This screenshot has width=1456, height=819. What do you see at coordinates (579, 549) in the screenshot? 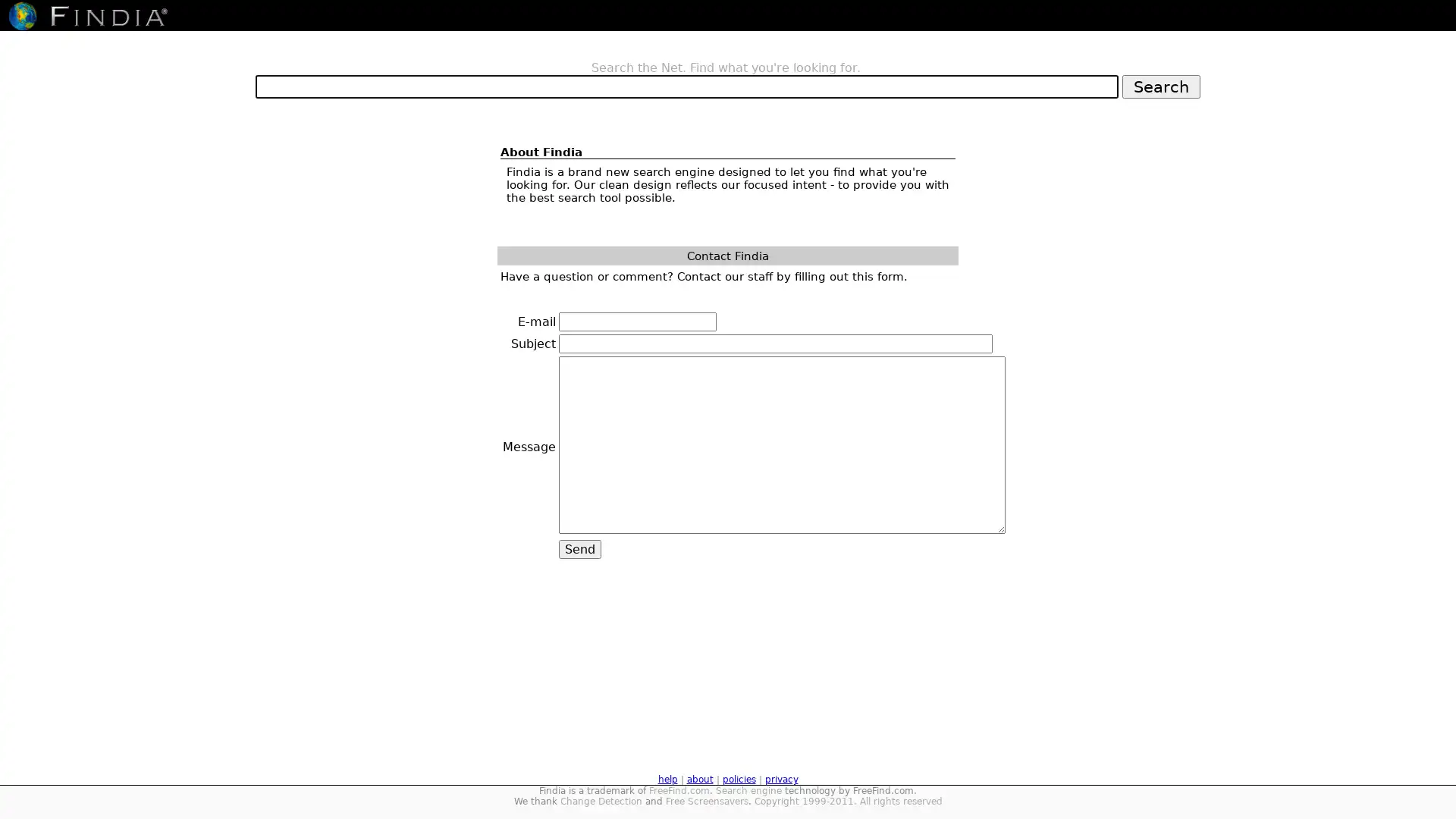
I see `Send` at bounding box center [579, 549].